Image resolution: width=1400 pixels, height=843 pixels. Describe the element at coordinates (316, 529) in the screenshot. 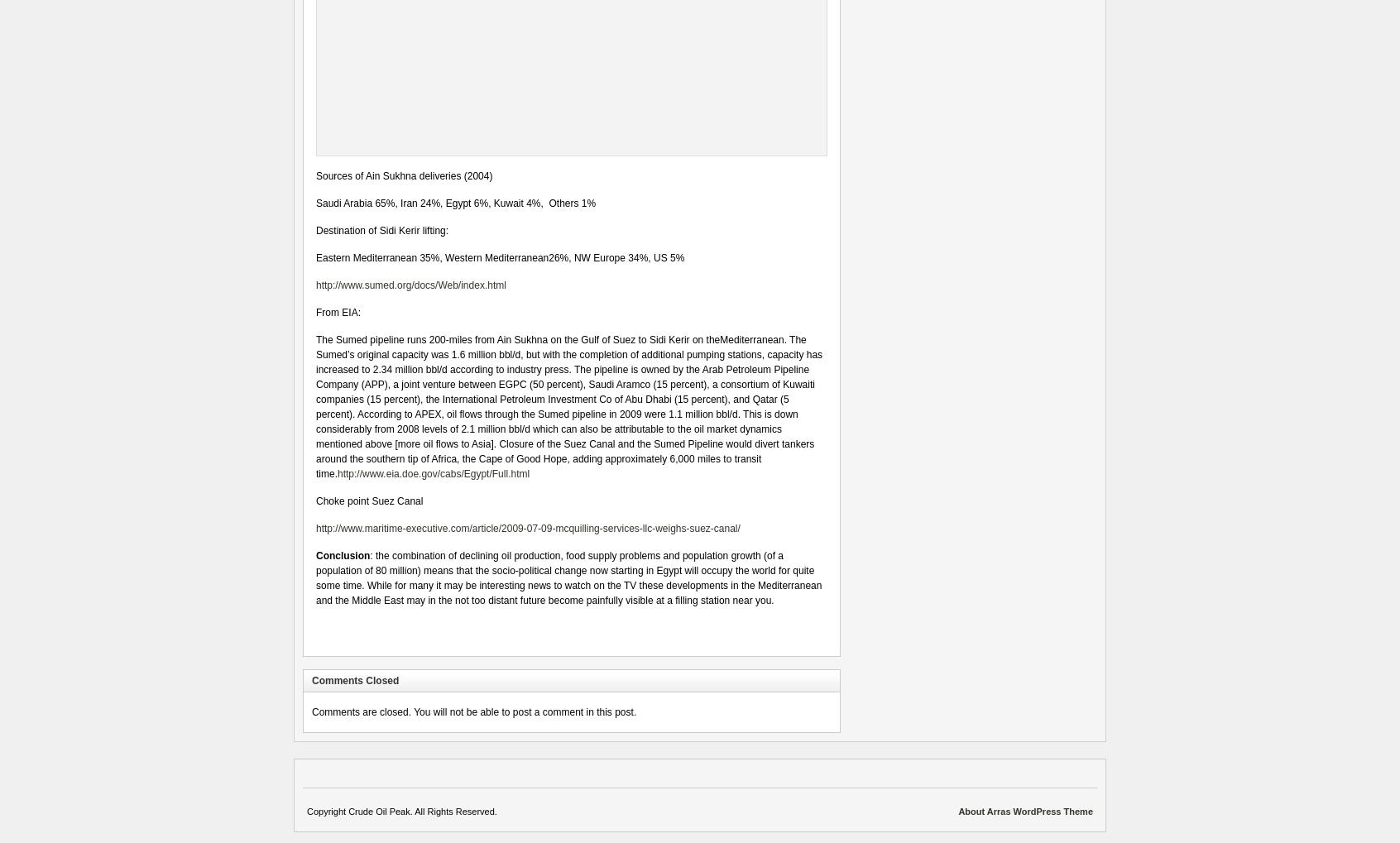

I see `'http://www.maritime-executive.com/article/2009-07-09-mcquilling-services-llc-weighs-suez-canal/'` at that location.